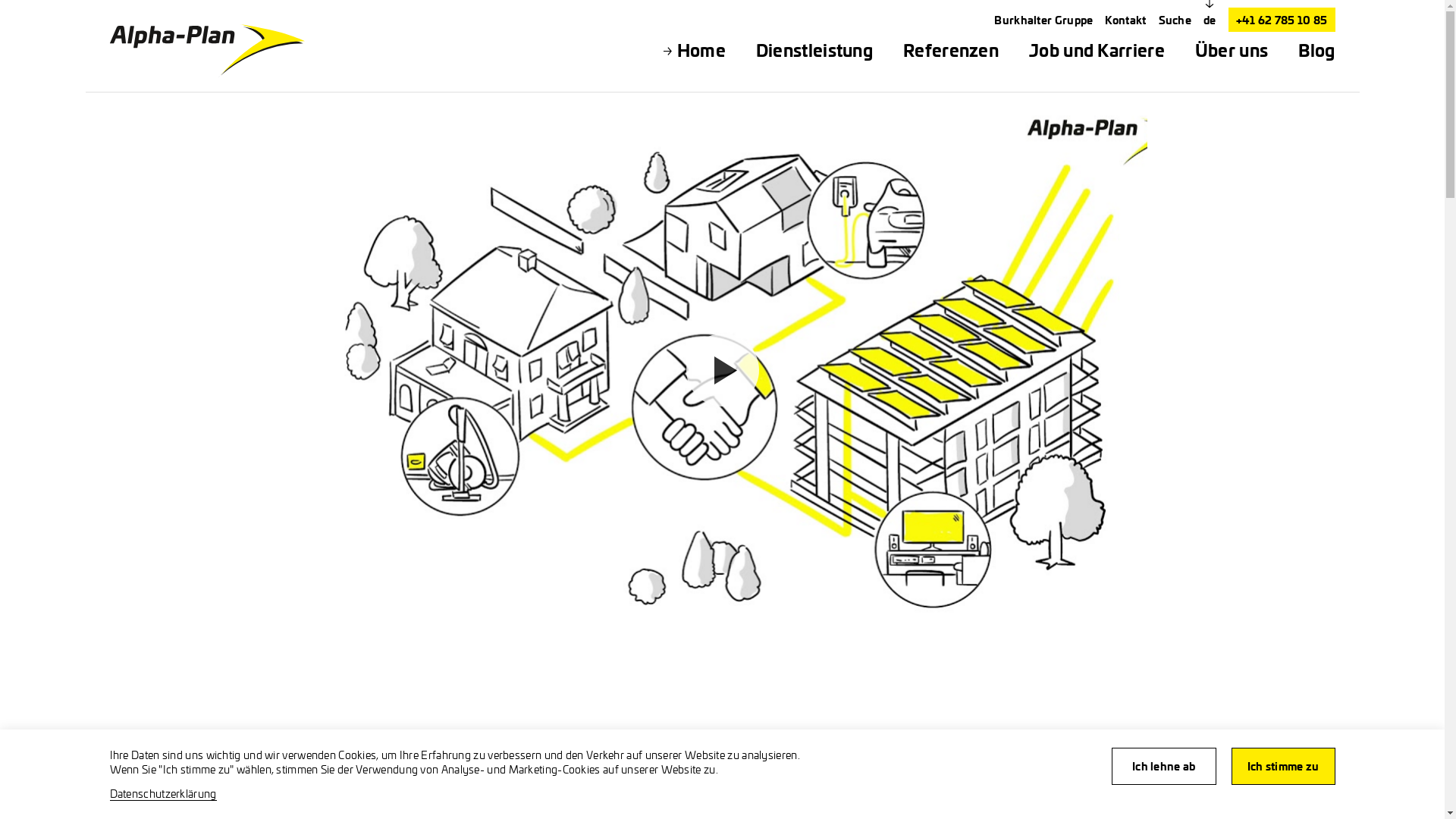 Image resolution: width=1456 pixels, height=819 pixels. What do you see at coordinates (1043, 20) in the screenshot?
I see `'Burkhalter Gruppe'` at bounding box center [1043, 20].